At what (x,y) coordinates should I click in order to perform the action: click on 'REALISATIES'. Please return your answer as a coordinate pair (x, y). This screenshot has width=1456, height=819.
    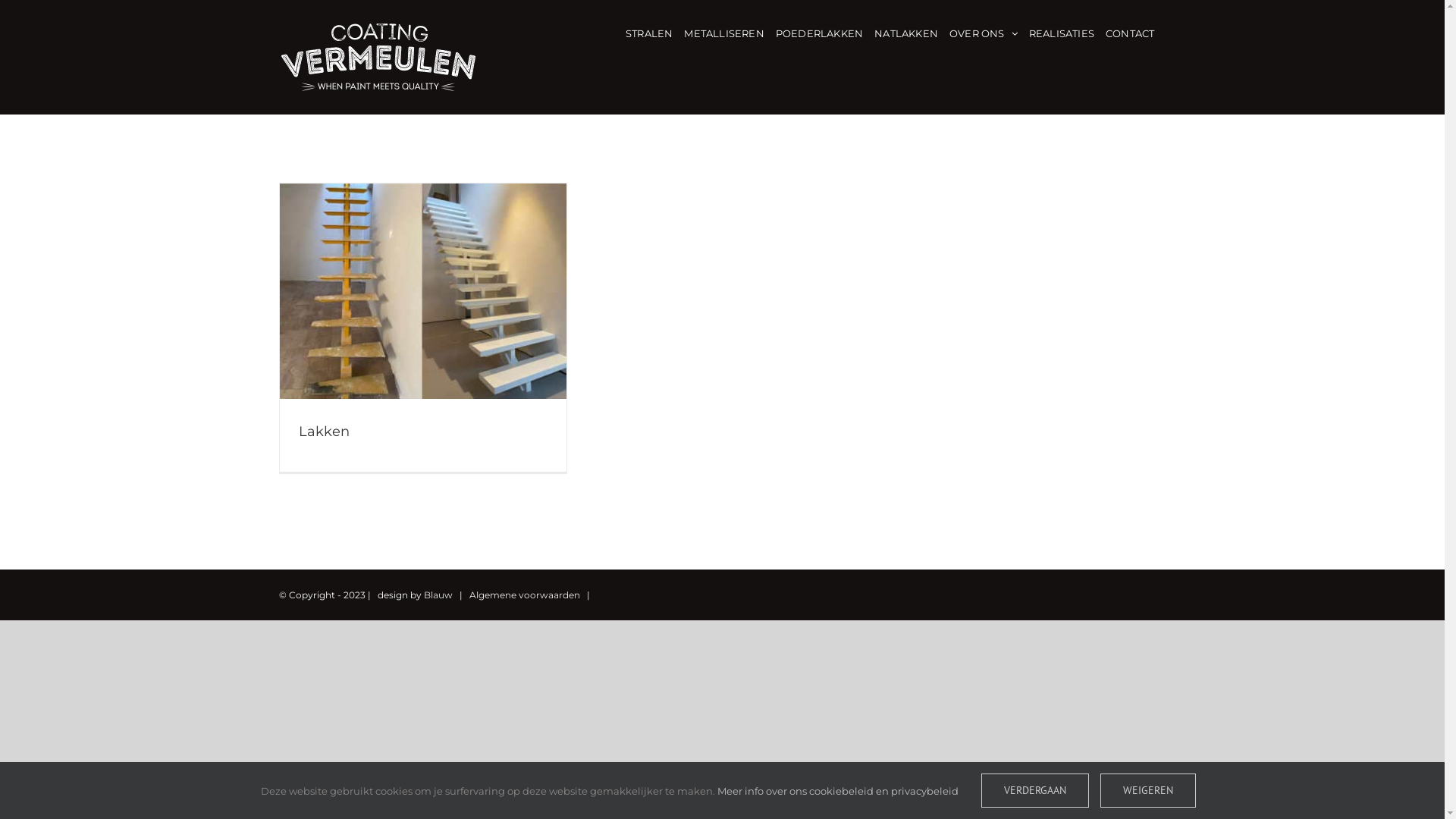
    Looking at the image, I should click on (1029, 32).